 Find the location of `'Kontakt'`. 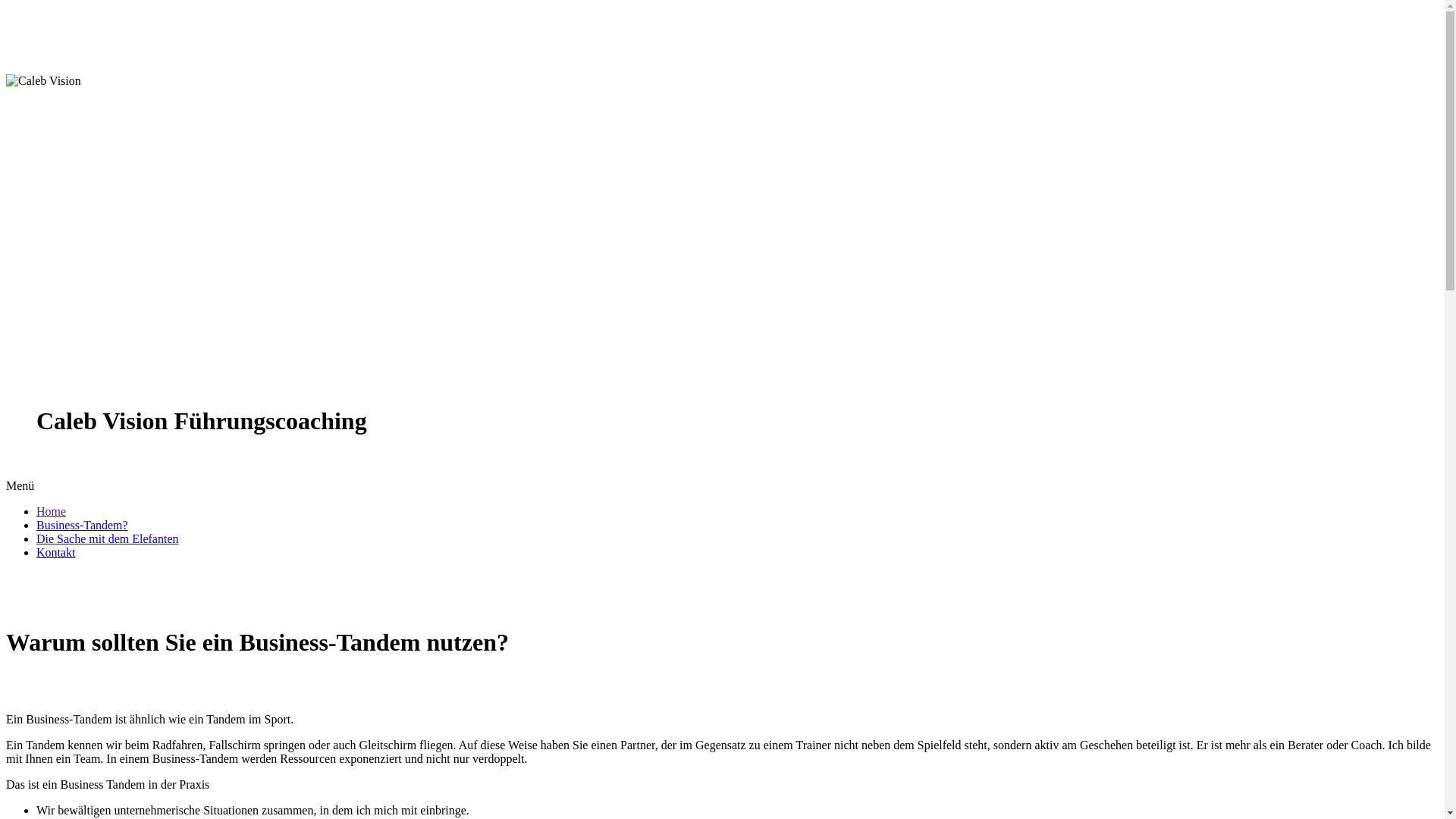

'Kontakt' is located at coordinates (55, 552).